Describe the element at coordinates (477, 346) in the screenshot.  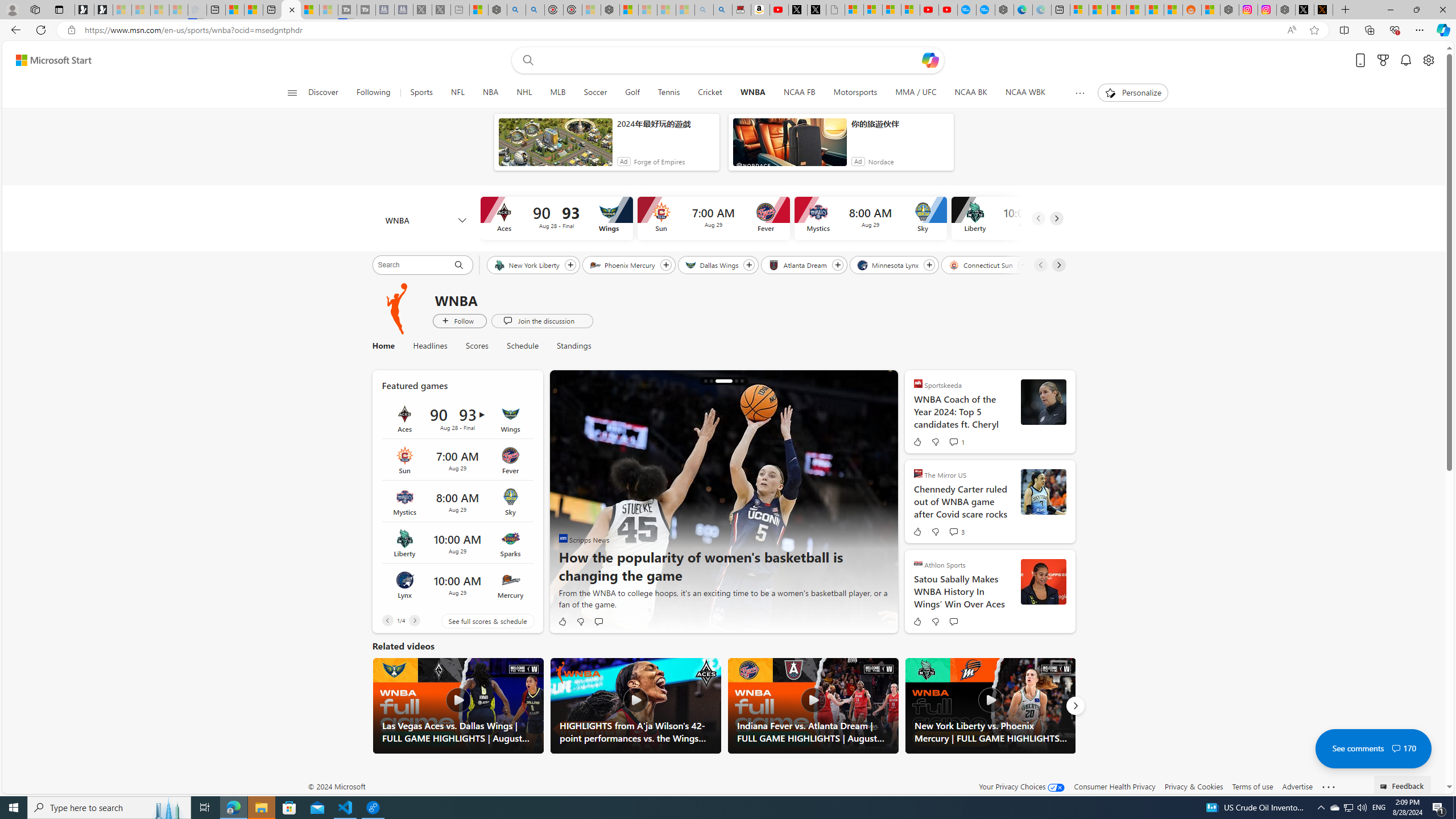
I see `'Scores'` at that location.